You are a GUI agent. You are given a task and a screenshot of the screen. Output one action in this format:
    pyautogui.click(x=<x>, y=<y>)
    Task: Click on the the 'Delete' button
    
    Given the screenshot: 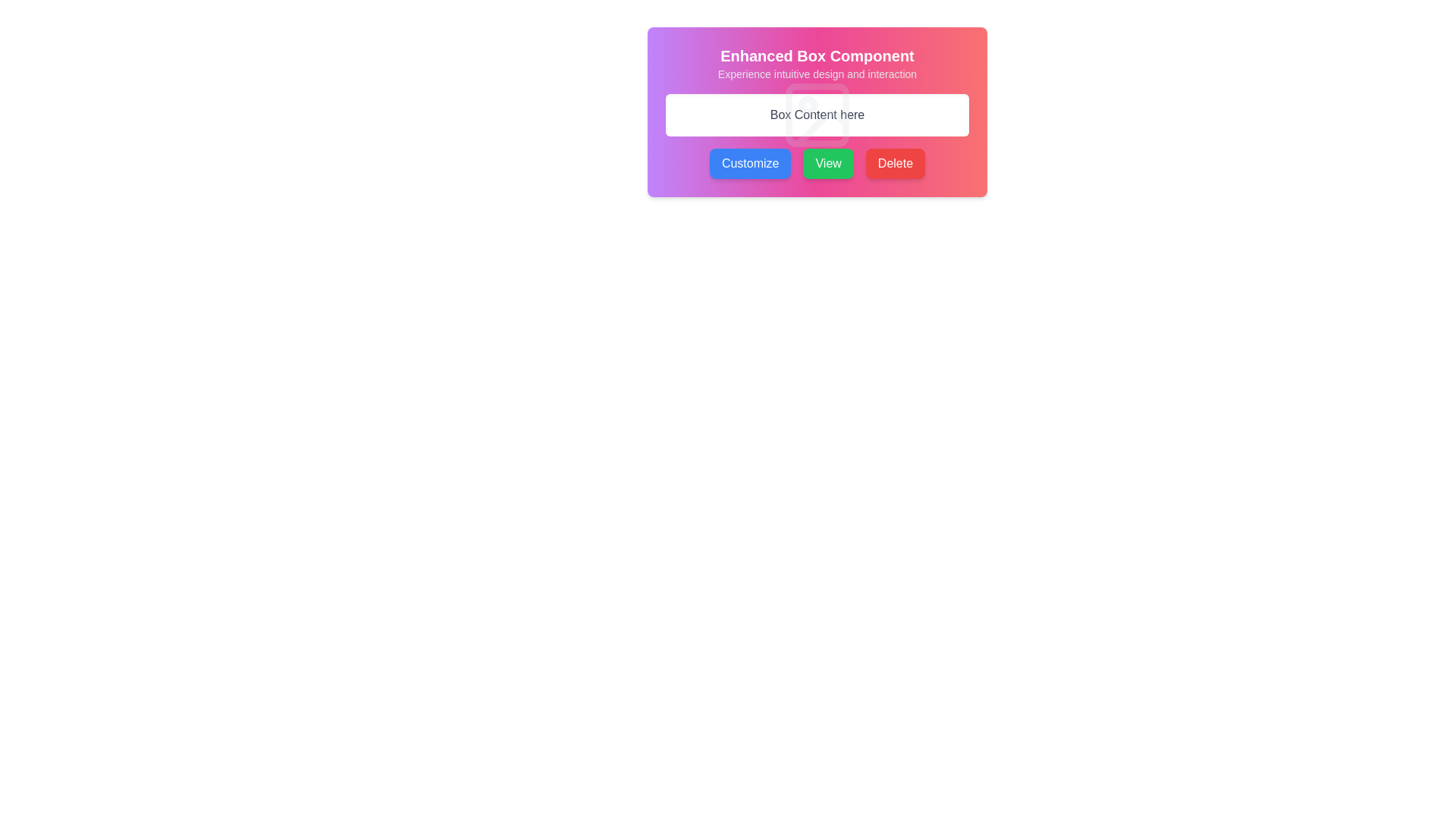 What is the action you would take?
    pyautogui.click(x=895, y=164)
    